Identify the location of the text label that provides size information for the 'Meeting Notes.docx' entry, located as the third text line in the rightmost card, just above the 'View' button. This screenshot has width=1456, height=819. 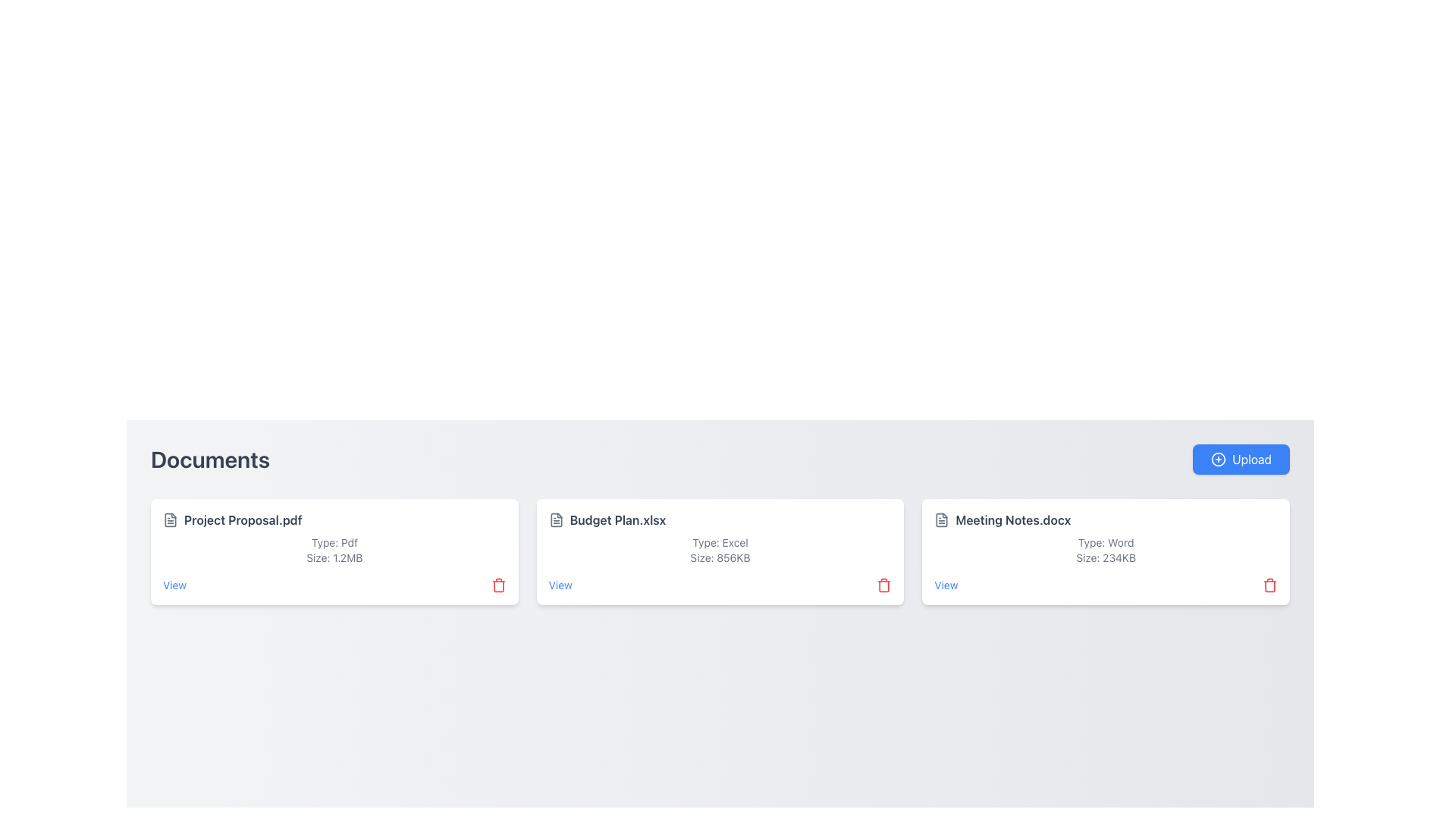
(1106, 558).